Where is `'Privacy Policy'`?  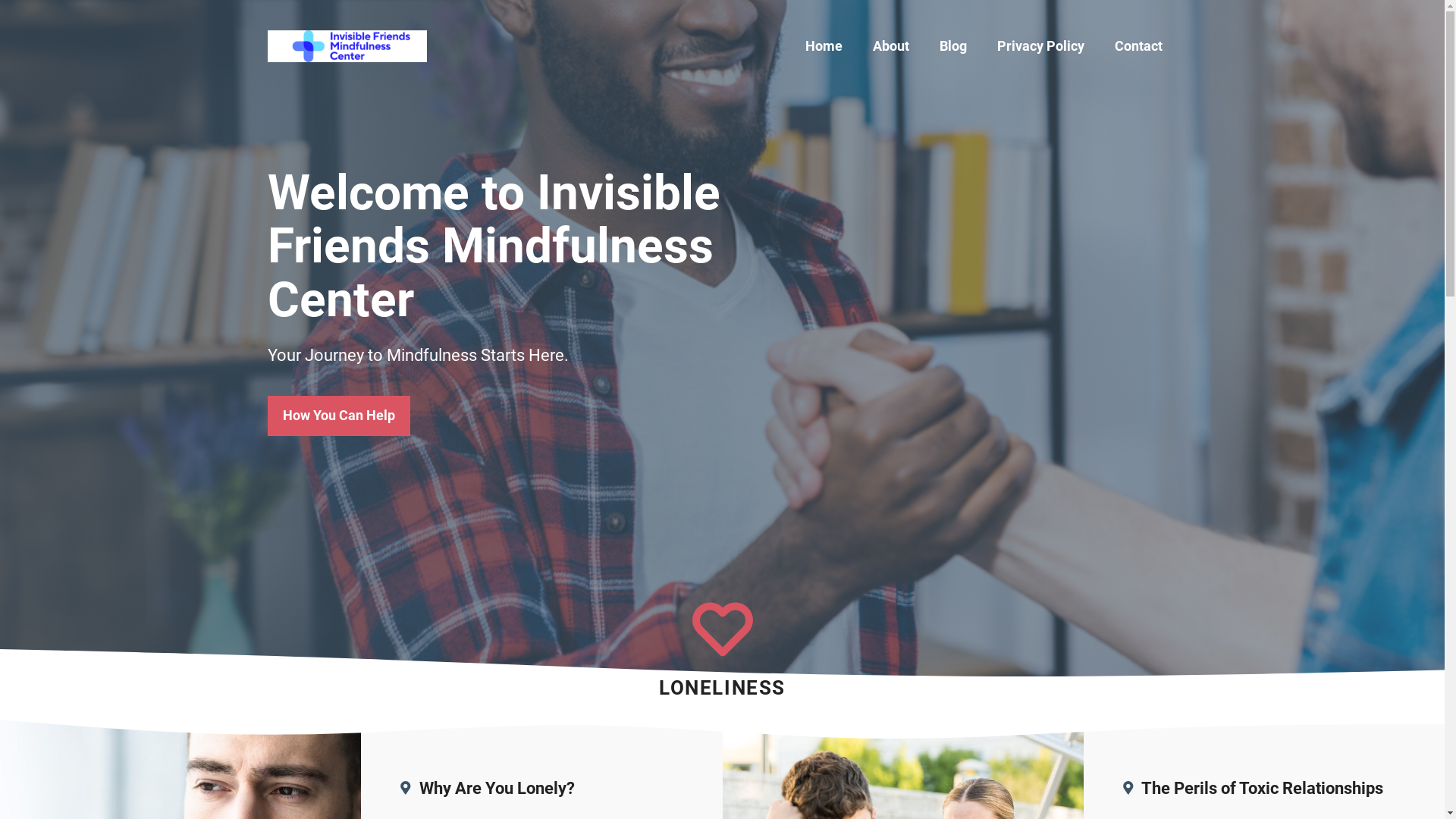 'Privacy Policy' is located at coordinates (1039, 45).